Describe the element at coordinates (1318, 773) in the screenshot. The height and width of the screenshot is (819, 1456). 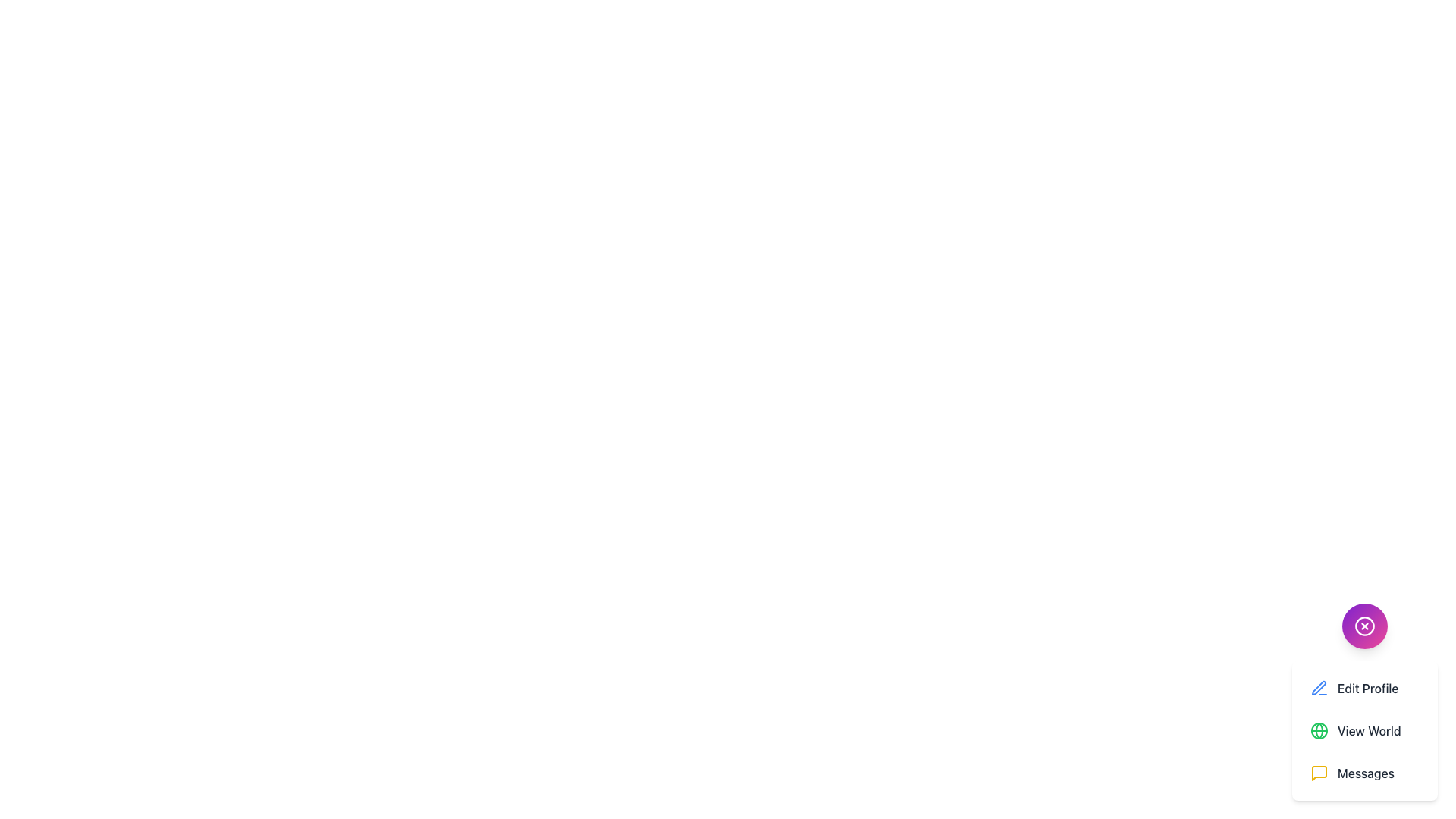
I see `the yellow speech bubble icon located at the bottom right of the vertical menu` at that location.